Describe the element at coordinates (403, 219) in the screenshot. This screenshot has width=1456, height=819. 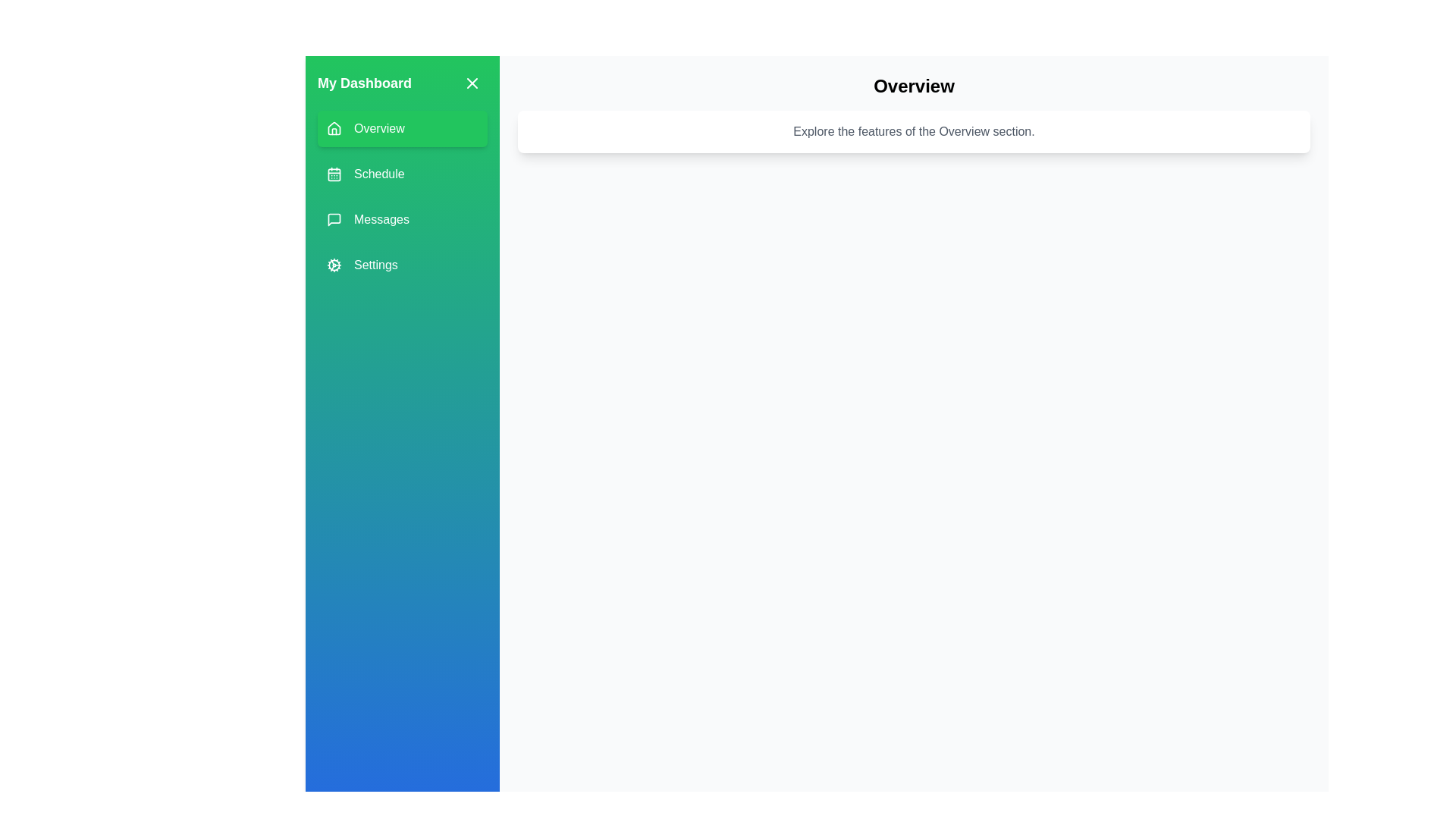
I see `the menu item Messages to observe its hover effect` at that location.